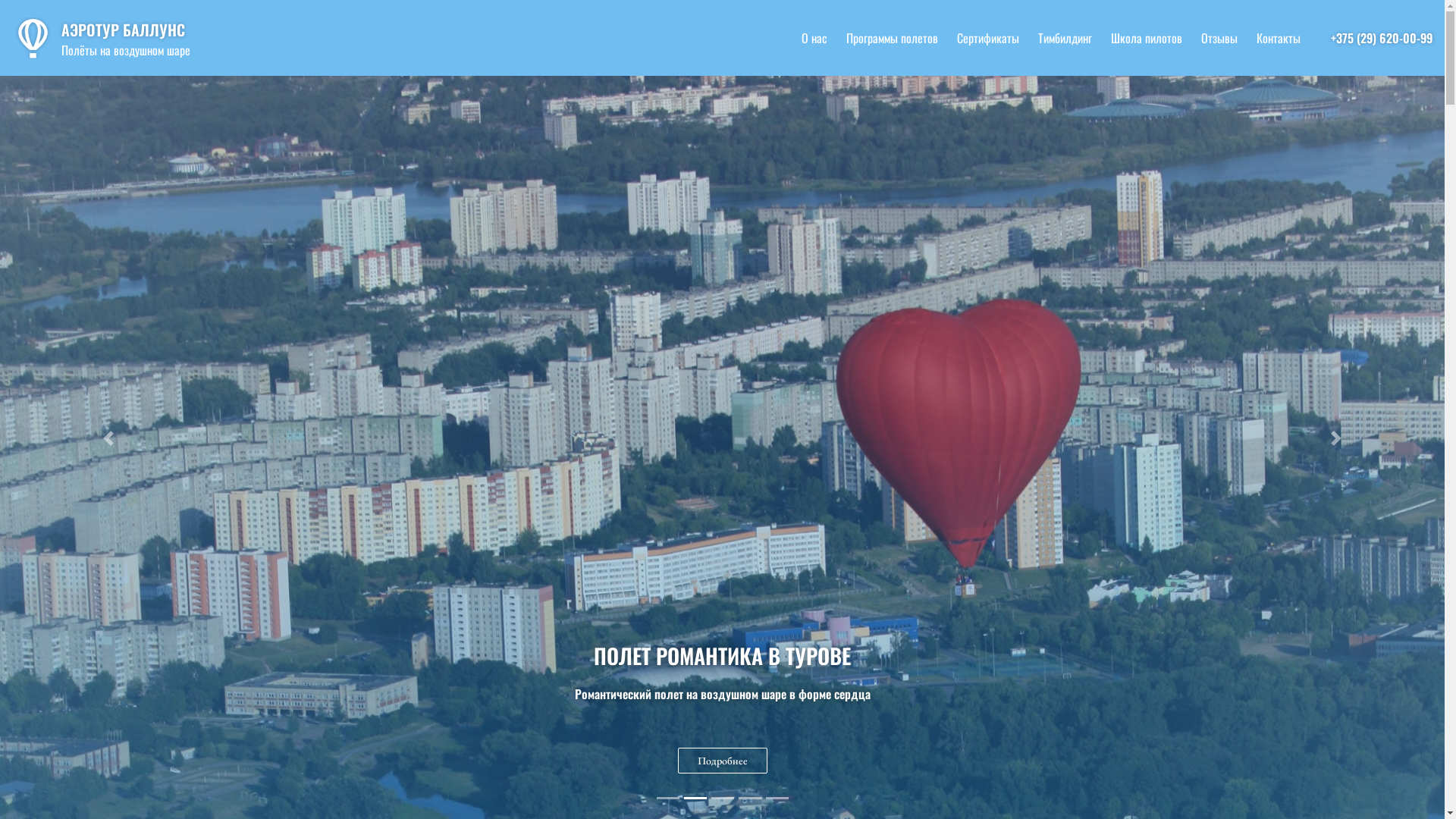 The height and width of the screenshot is (819, 1456). I want to click on '+375 (29) 620-00-99', so click(1330, 37).